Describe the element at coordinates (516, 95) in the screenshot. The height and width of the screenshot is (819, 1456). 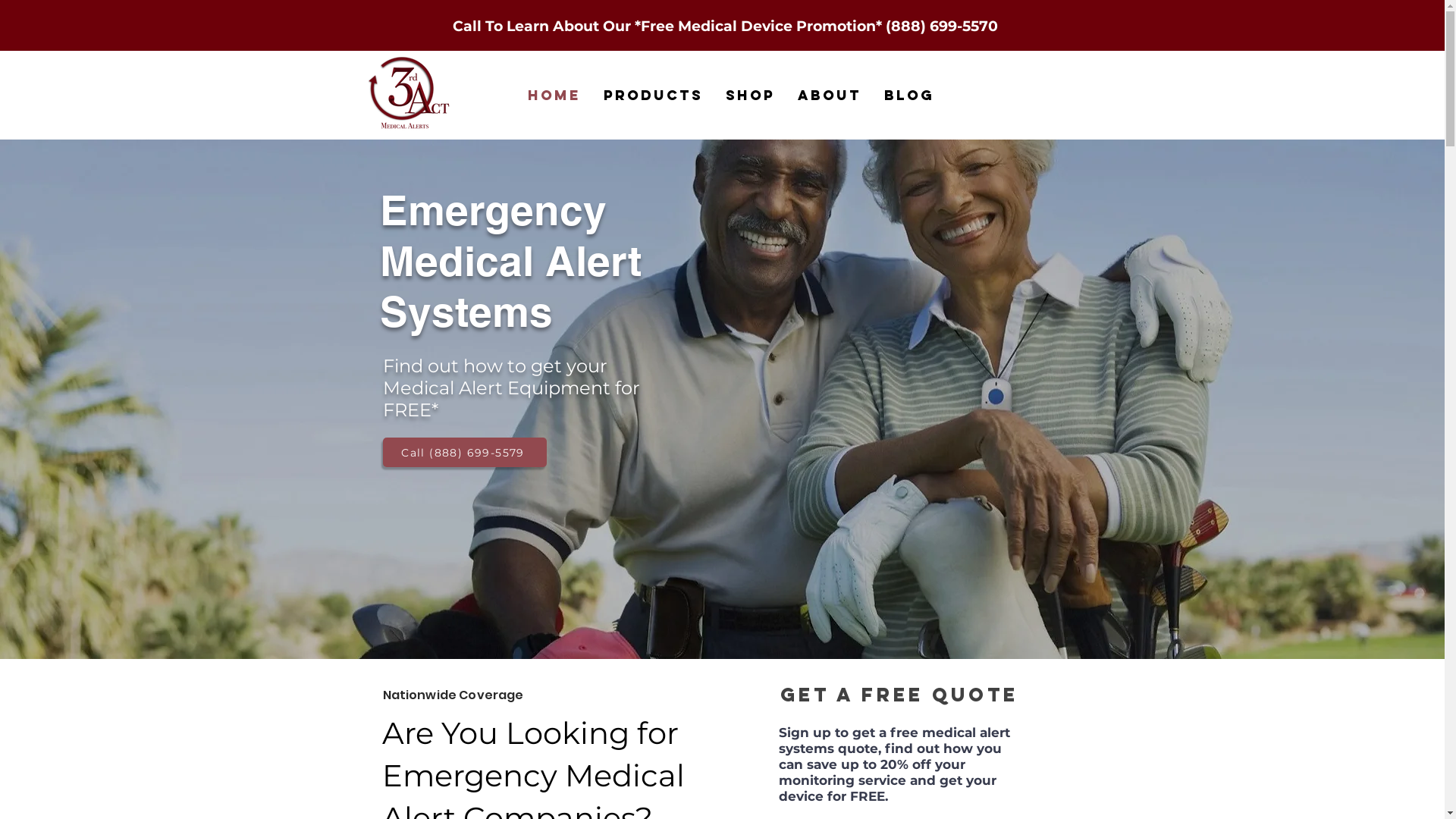
I see `'Home'` at that location.